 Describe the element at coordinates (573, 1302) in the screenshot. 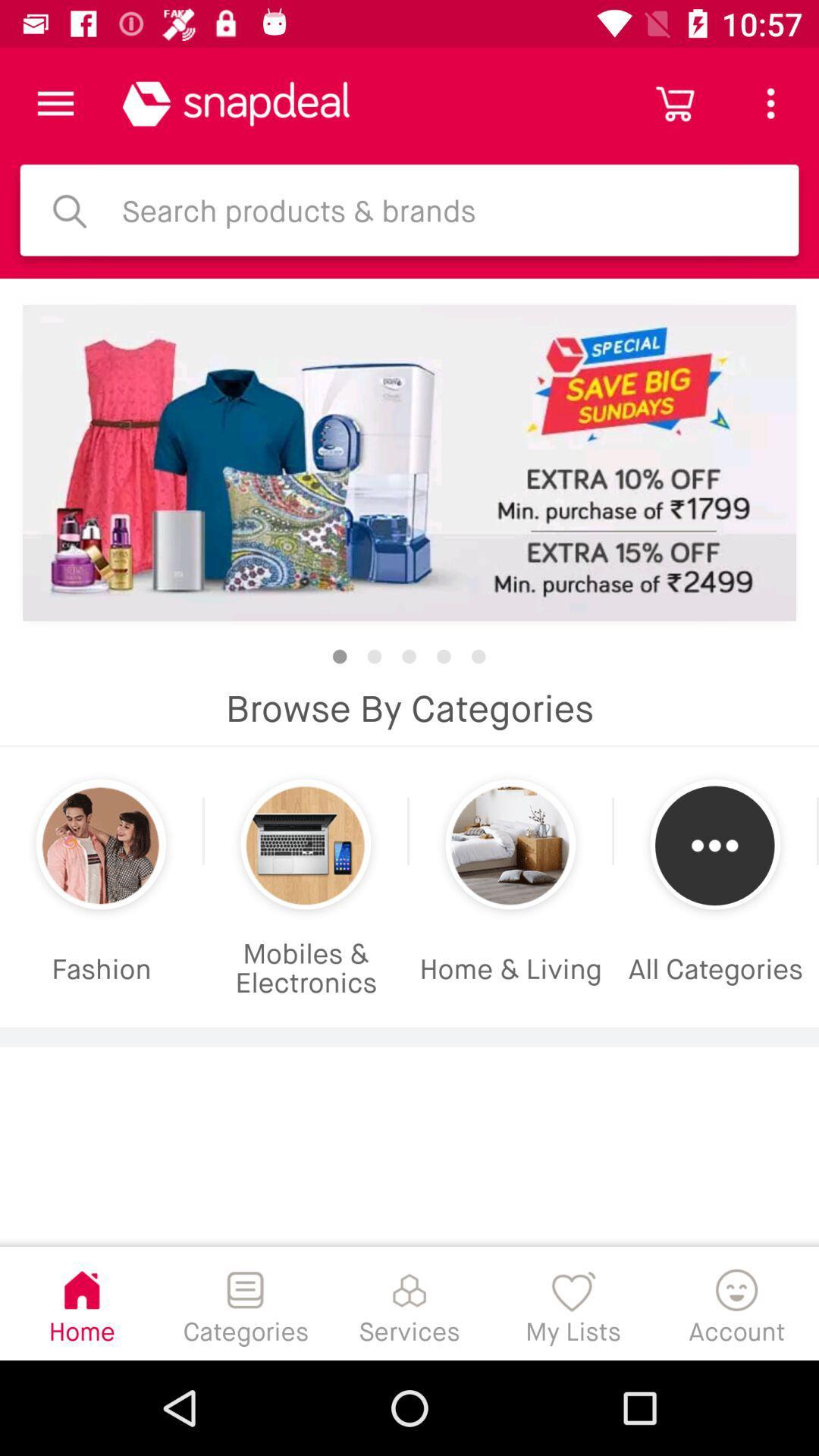

I see `the my lists item` at that location.